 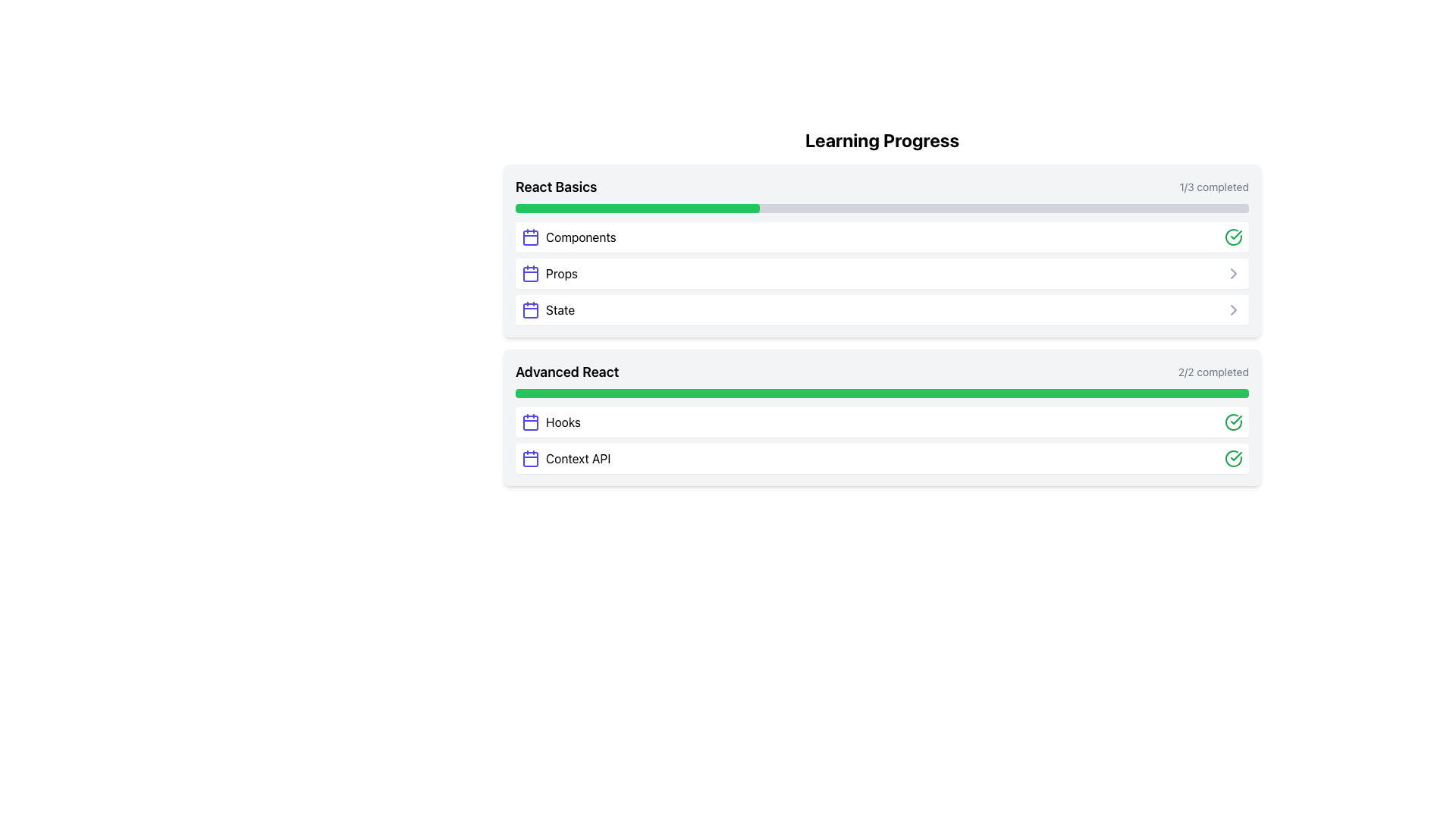 What do you see at coordinates (548, 274) in the screenshot?
I see `the second List Item under the 'React Basics' section, which provides details about the 'Props' concept` at bounding box center [548, 274].